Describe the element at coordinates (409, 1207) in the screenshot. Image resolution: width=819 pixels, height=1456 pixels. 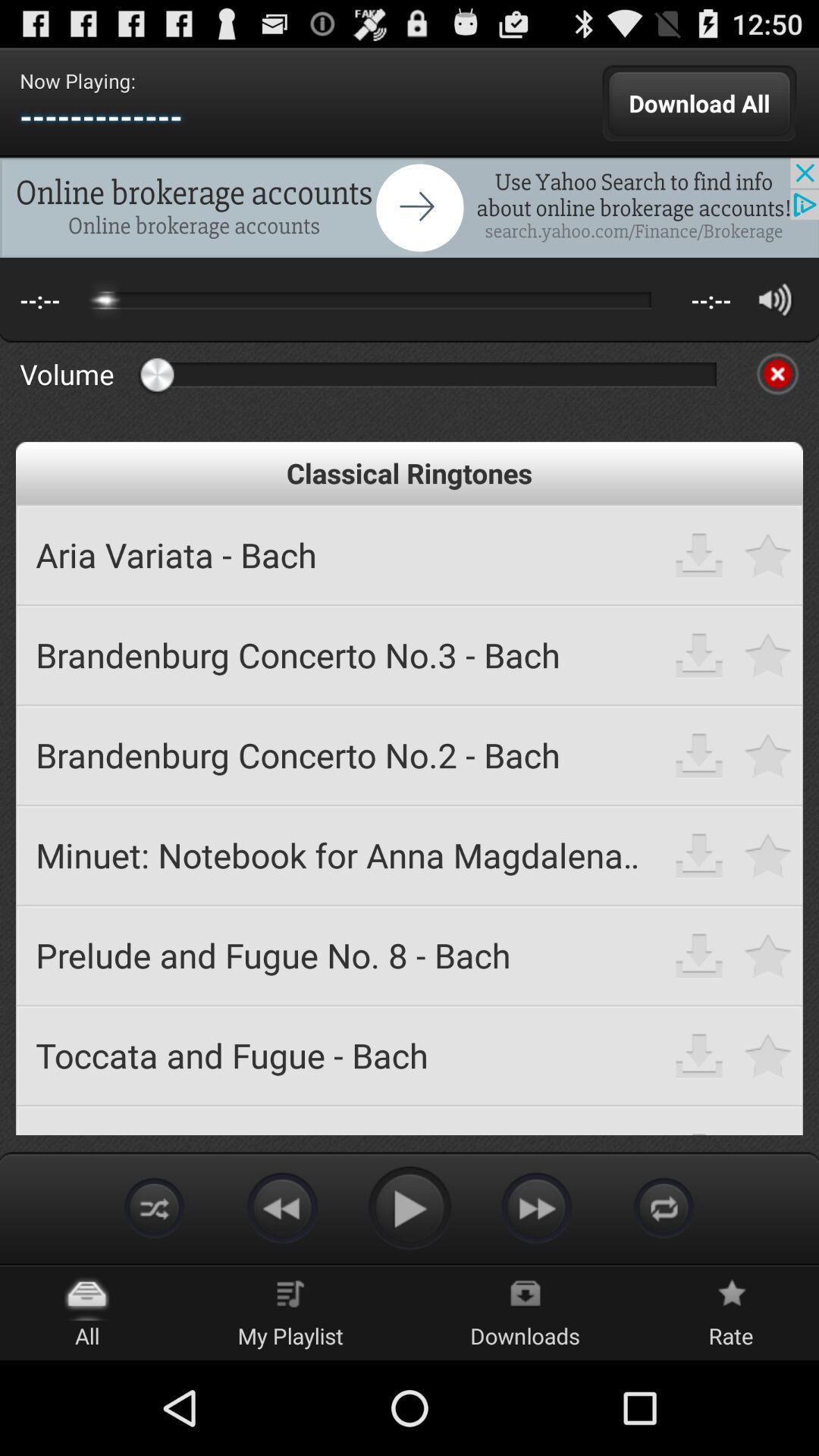
I see `play` at that location.